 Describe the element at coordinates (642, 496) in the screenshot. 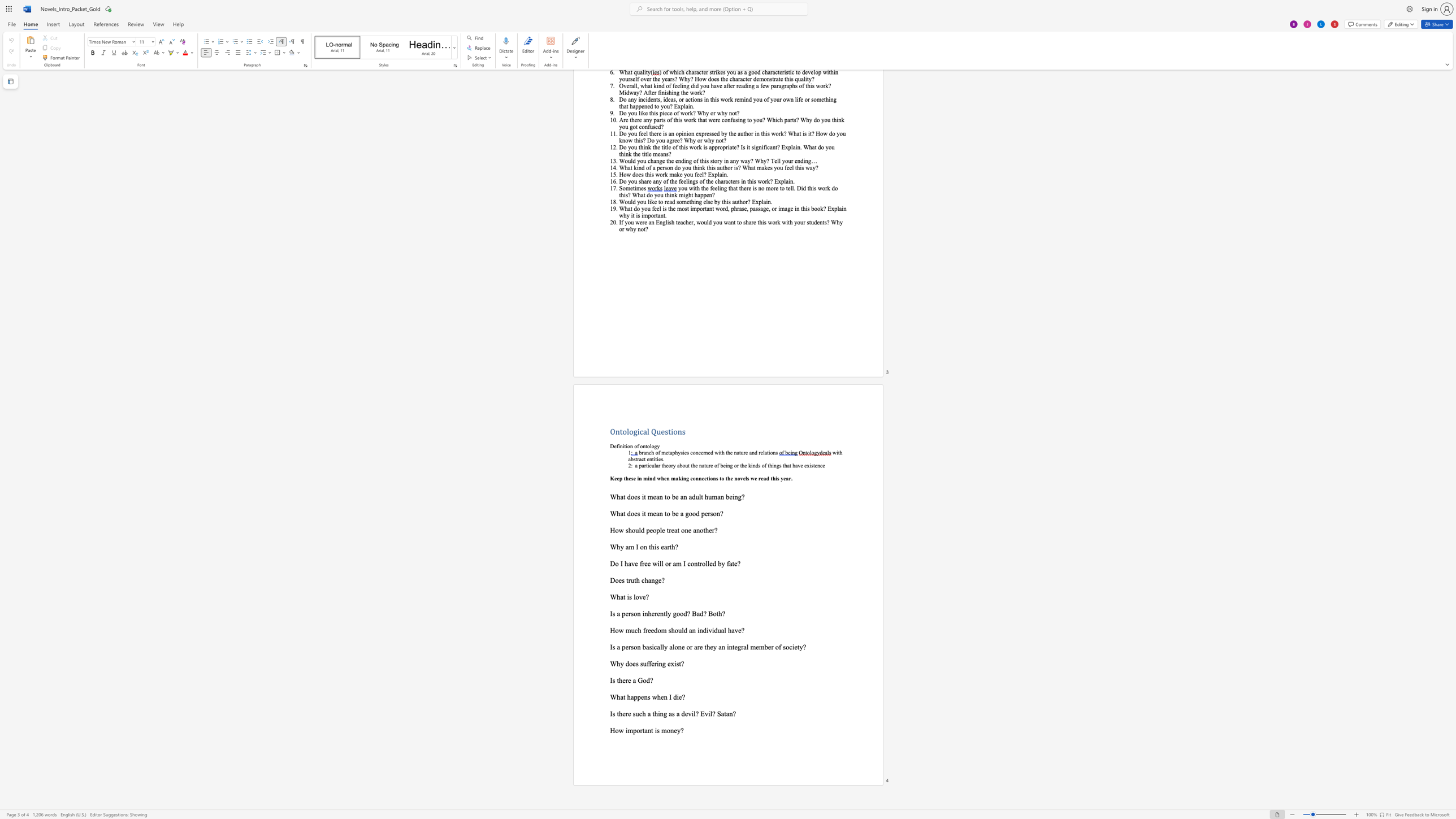

I see `the 1th character "i" in the text` at that location.